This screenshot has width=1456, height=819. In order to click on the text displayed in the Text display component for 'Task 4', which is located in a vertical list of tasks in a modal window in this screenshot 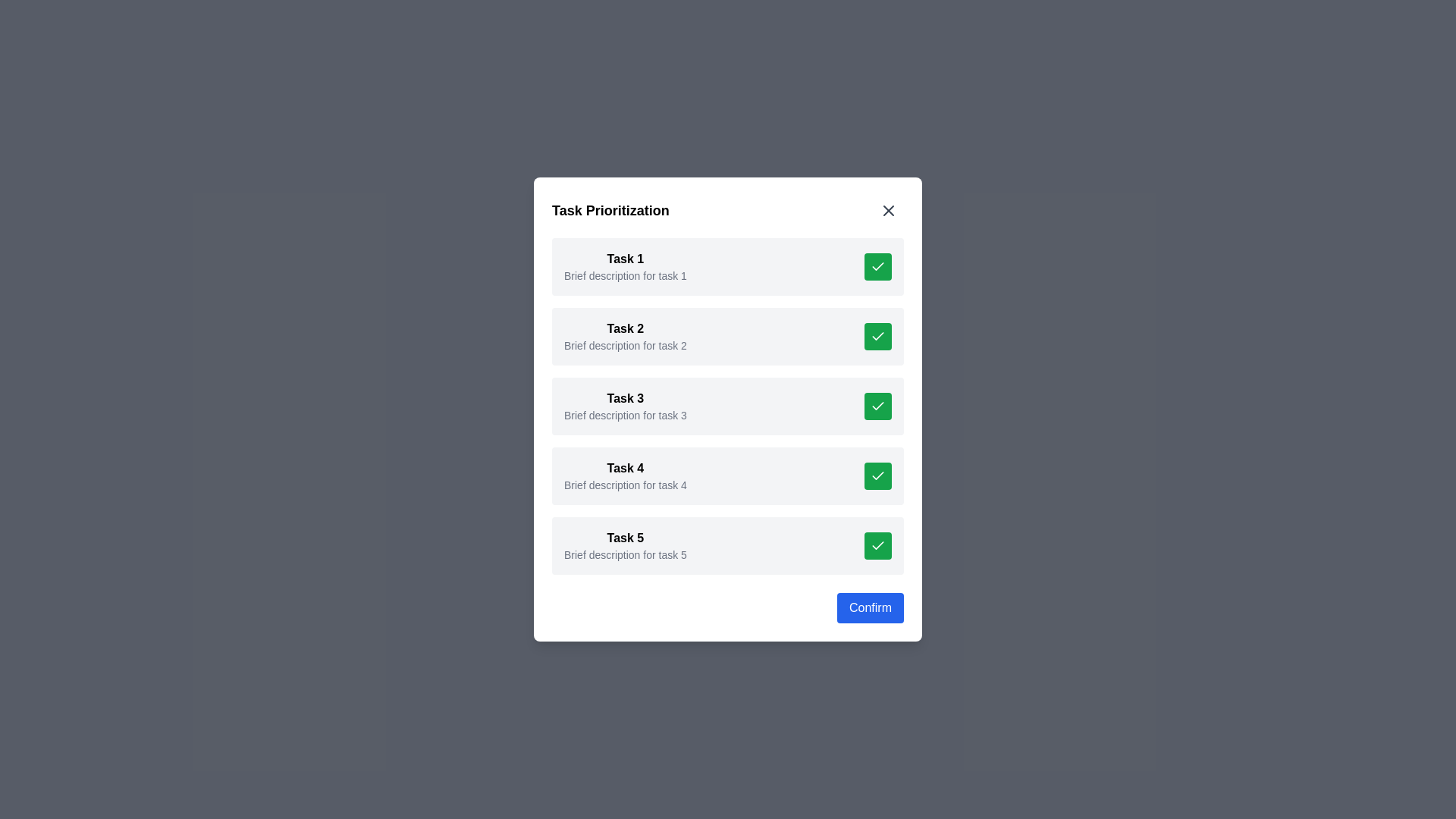, I will do `click(626, 475)`.